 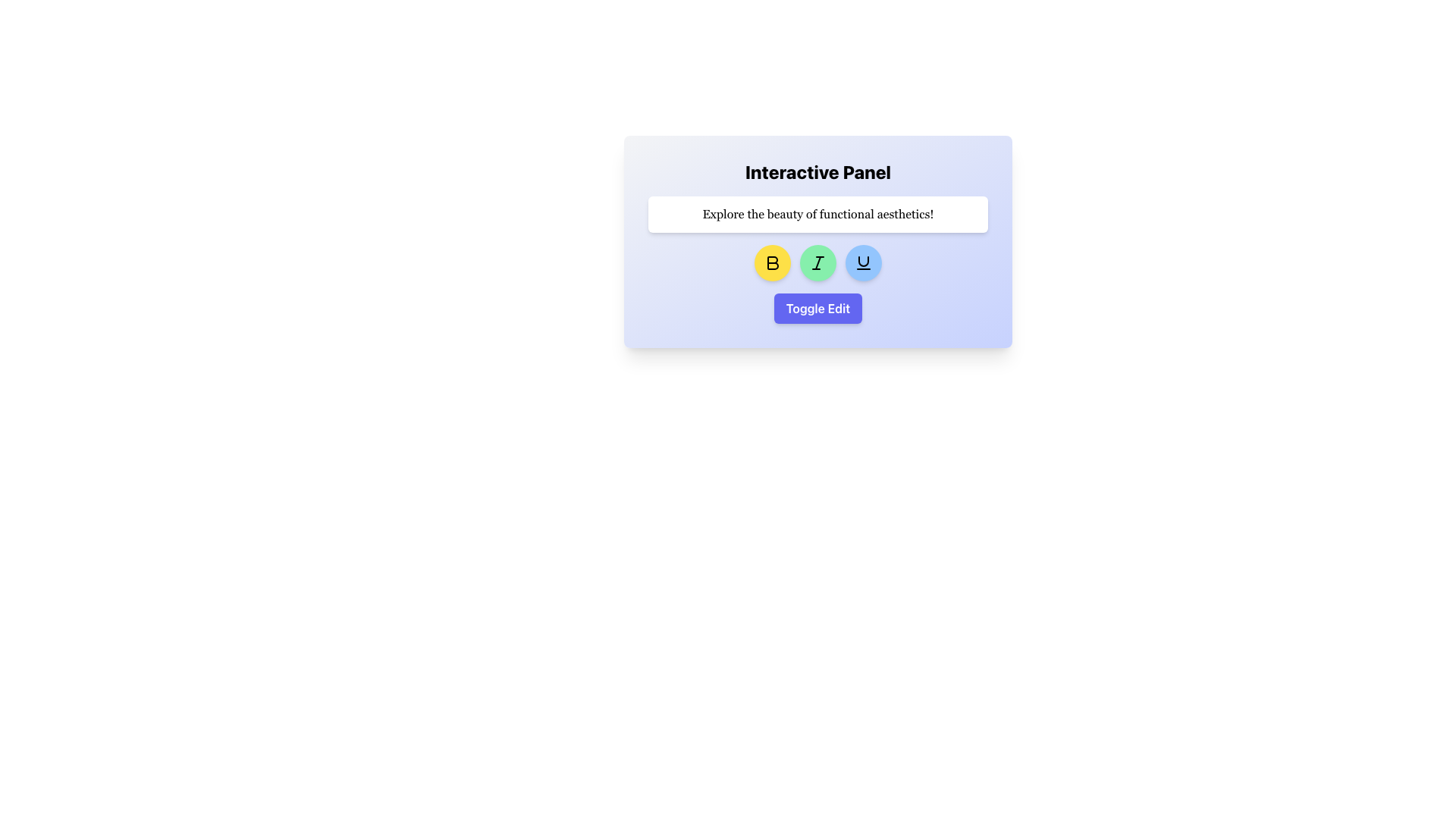 I want to click on the circular green button with an italicized 'I' symbol for keyboard interactions, located beneath the text 'Explore the beauty of functional aesthetics!', so click(x=817, y=262).